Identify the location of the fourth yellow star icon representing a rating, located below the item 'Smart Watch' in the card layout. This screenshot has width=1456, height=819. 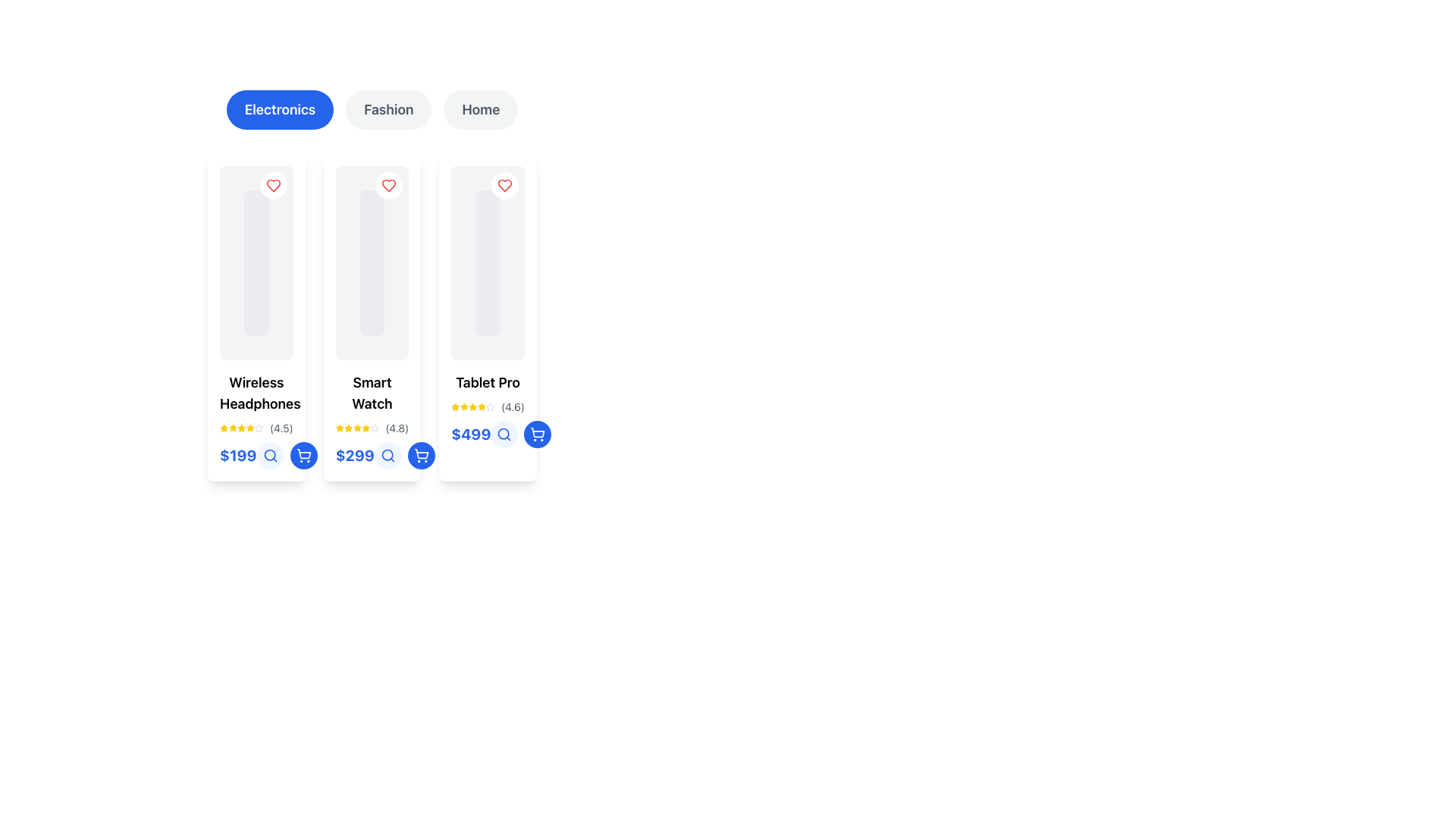
(356, 428).